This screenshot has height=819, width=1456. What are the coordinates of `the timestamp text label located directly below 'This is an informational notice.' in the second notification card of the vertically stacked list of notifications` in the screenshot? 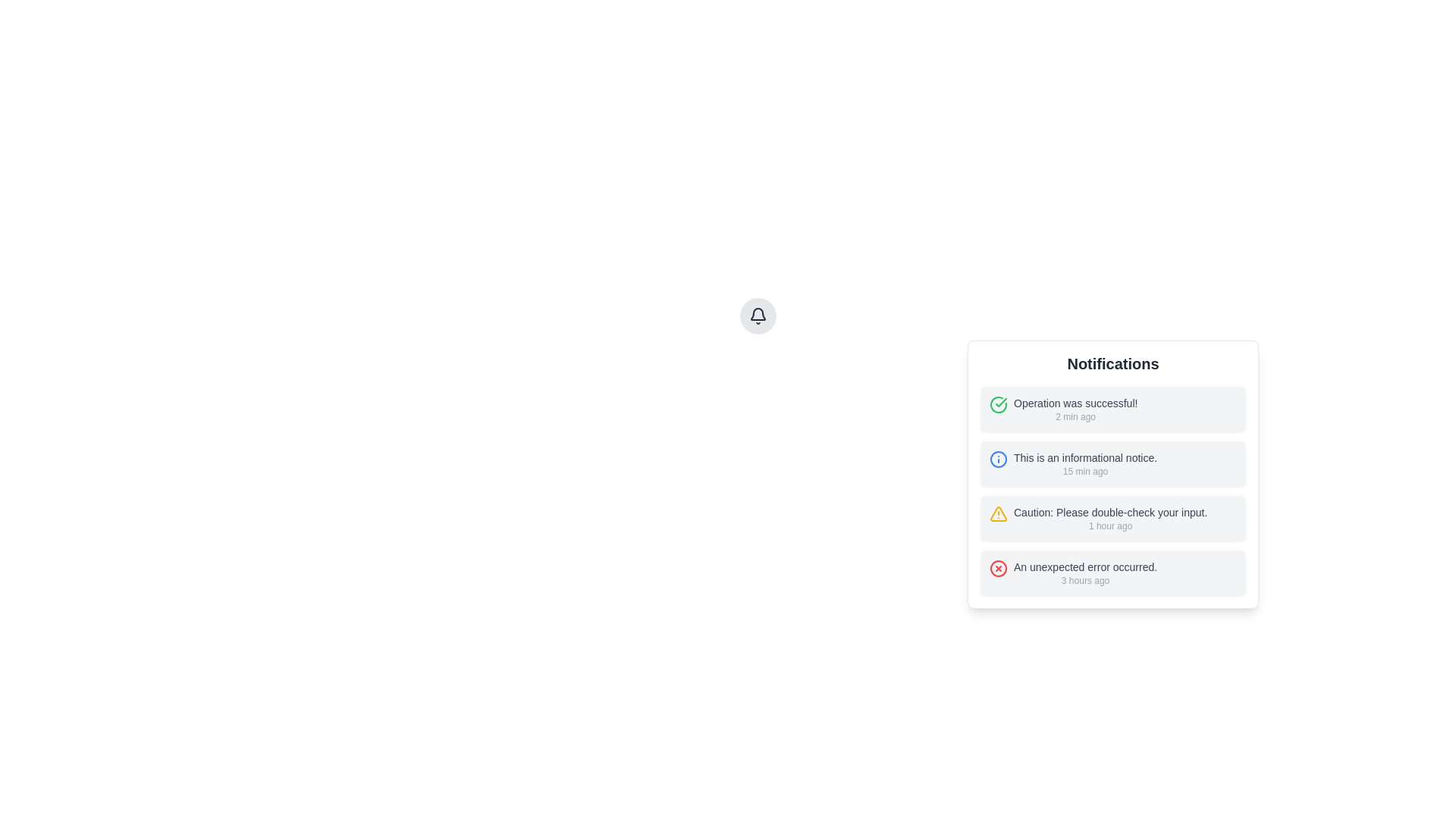 It's located at (1084, 470).